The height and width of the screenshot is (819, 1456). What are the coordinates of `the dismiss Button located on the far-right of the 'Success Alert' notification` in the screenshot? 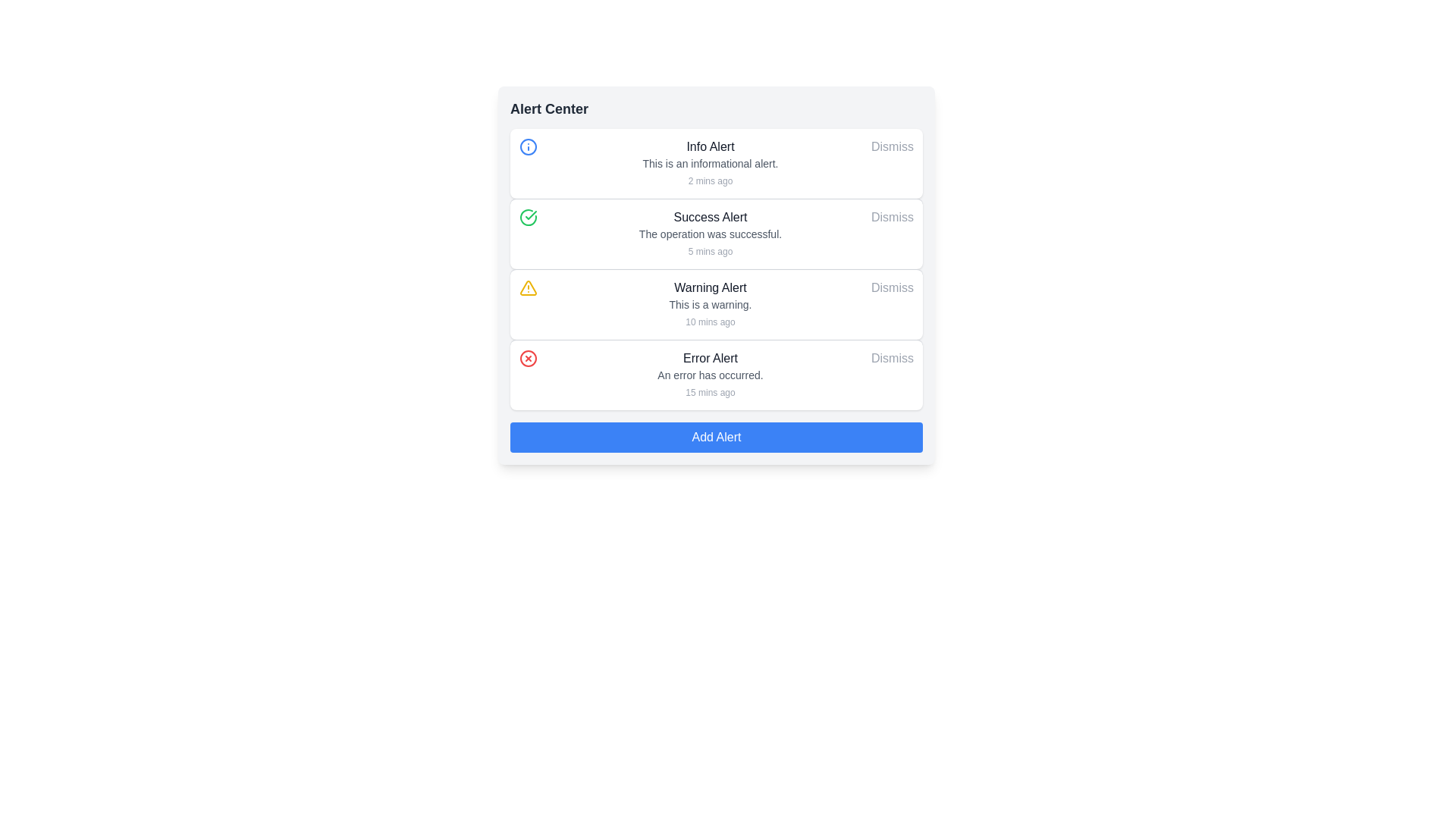 It's located at (892, 217).